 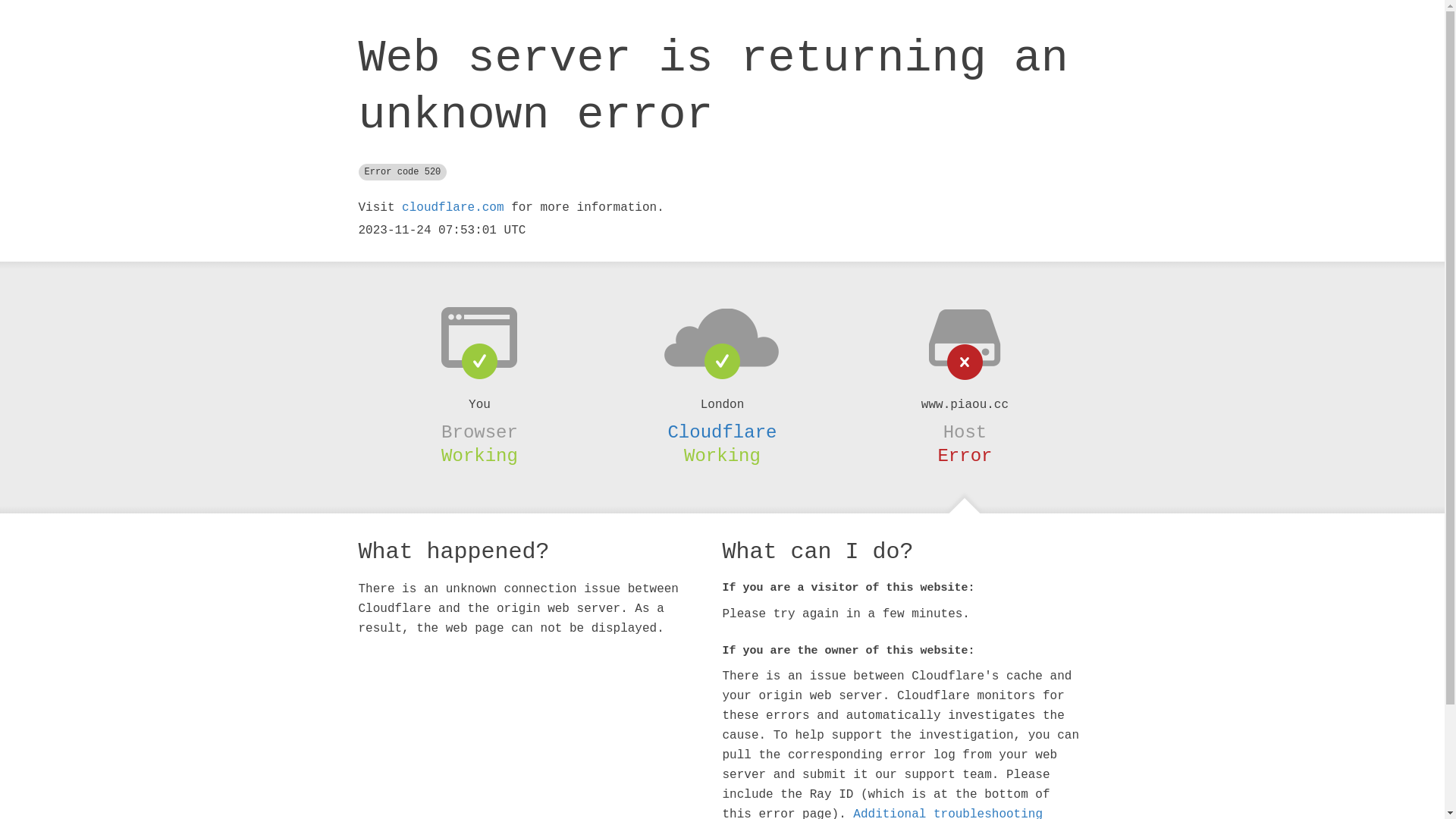 I want to click on 'cloudflare.com', so click(x=451, y=207).